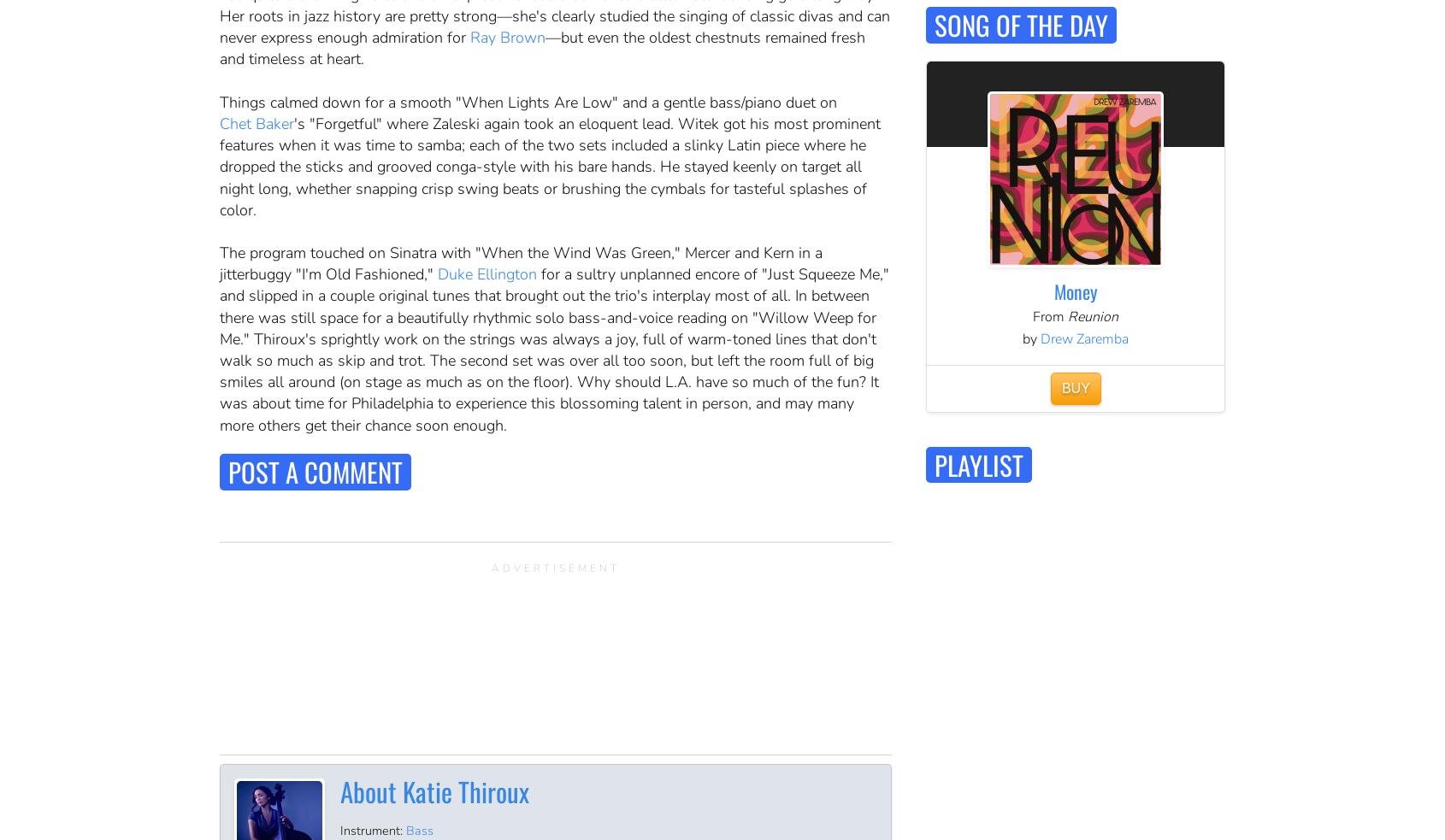 The width and height of the screenshot is (1445, 840). Describe the element at coordinates (433, 790) in the screenshot. I see `'About Katie Thiroux'` at that location.